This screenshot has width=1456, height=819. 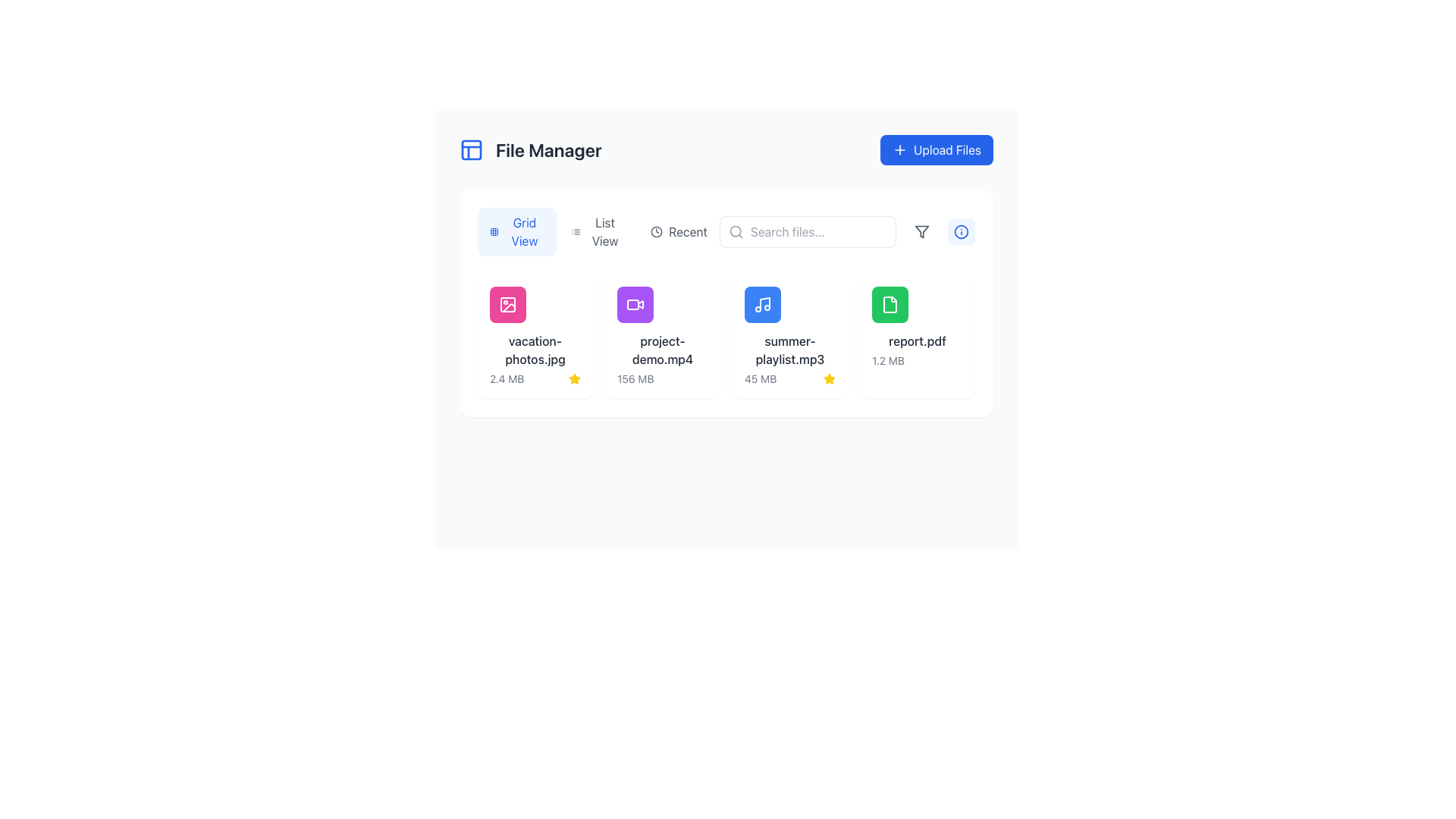 What do you see at coordinates (890, 304) in the screenshot?
I see `the file icon labeled 'report.pdf' in the file manager interface` at bounding box center [890, 304].